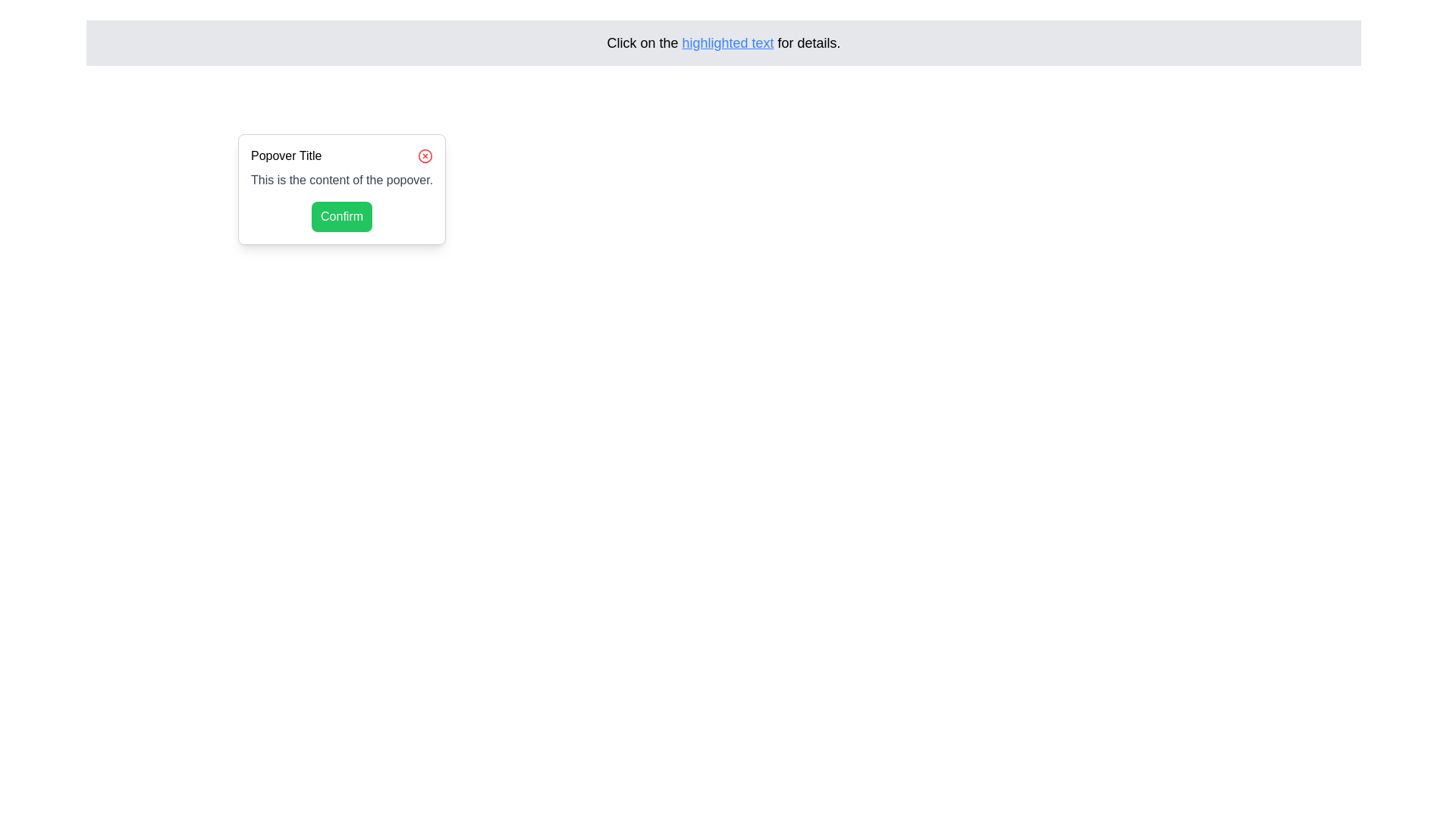 The height and width of the screenshot is (819, 1456). I want to click on the 'Confirm' button with a green background and white text located at the bottom center of the popover interface, so click(341, 216).